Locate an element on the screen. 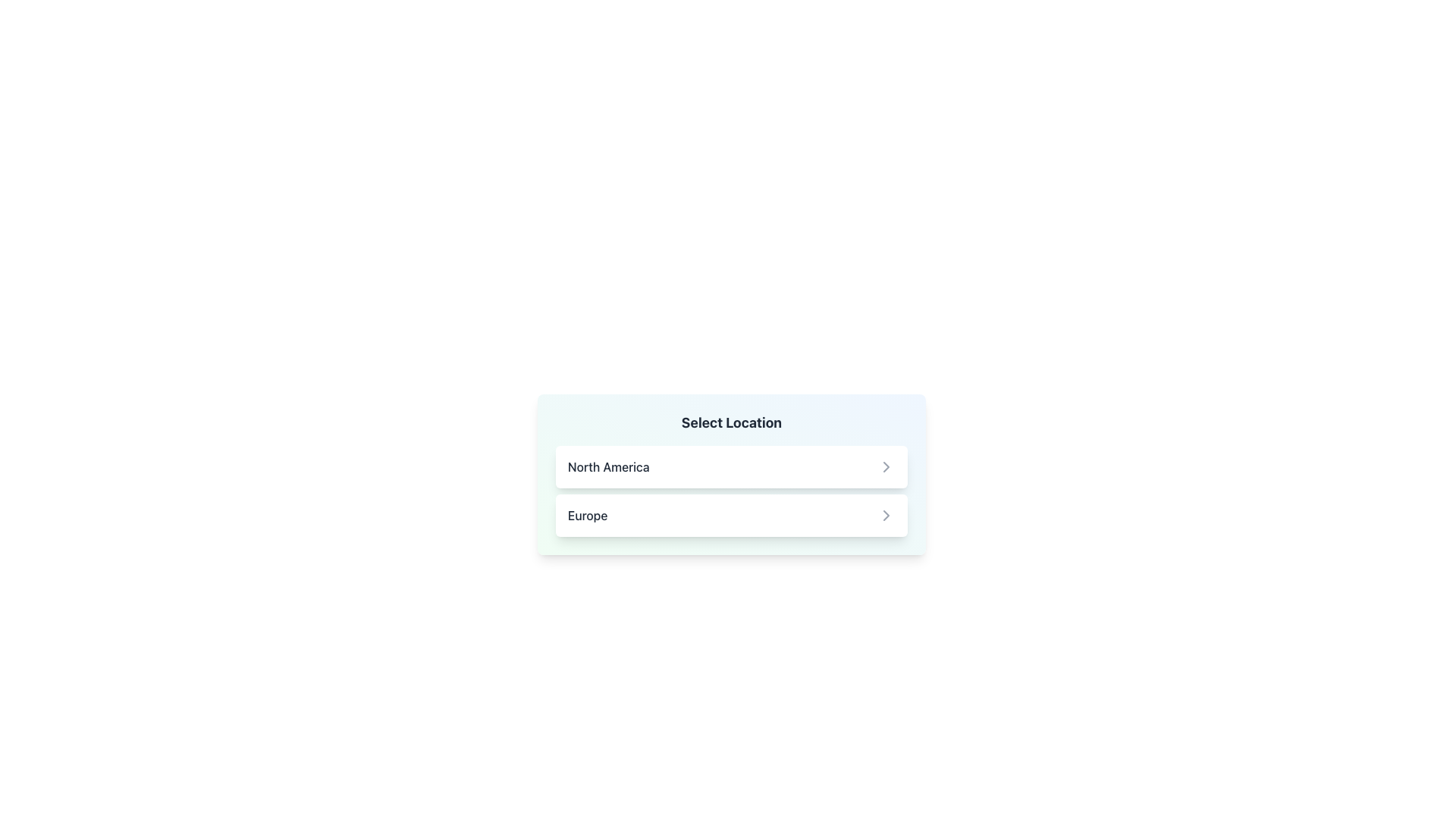 The image size is (1456, 819). the small rightward arrow icon located to the far right of the 'Europe' option row is located at coordinates (886, 514).